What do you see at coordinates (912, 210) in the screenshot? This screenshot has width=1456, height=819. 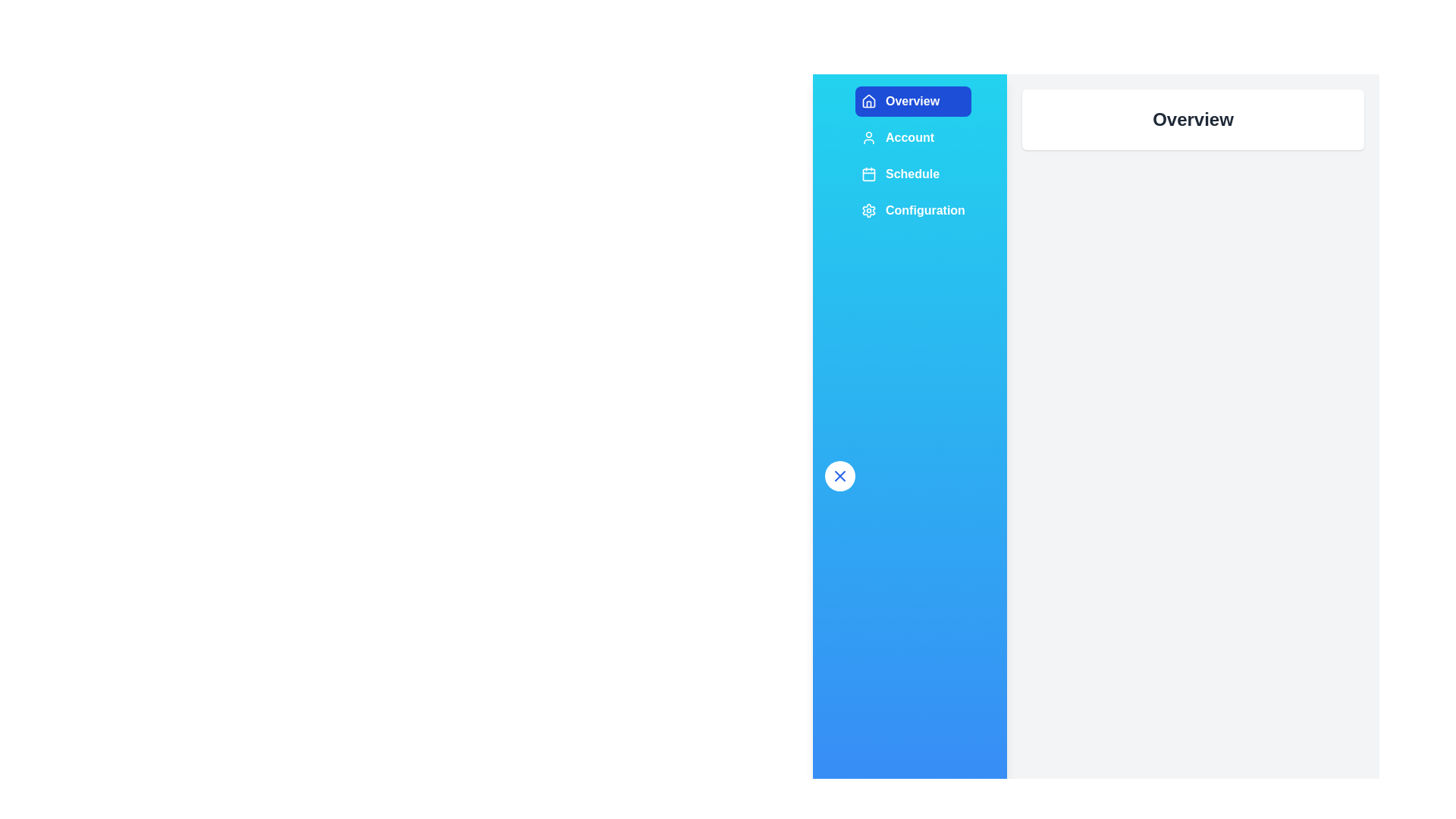 I see `the section Configuration in the sidebar` at bounding box center [912, 210].